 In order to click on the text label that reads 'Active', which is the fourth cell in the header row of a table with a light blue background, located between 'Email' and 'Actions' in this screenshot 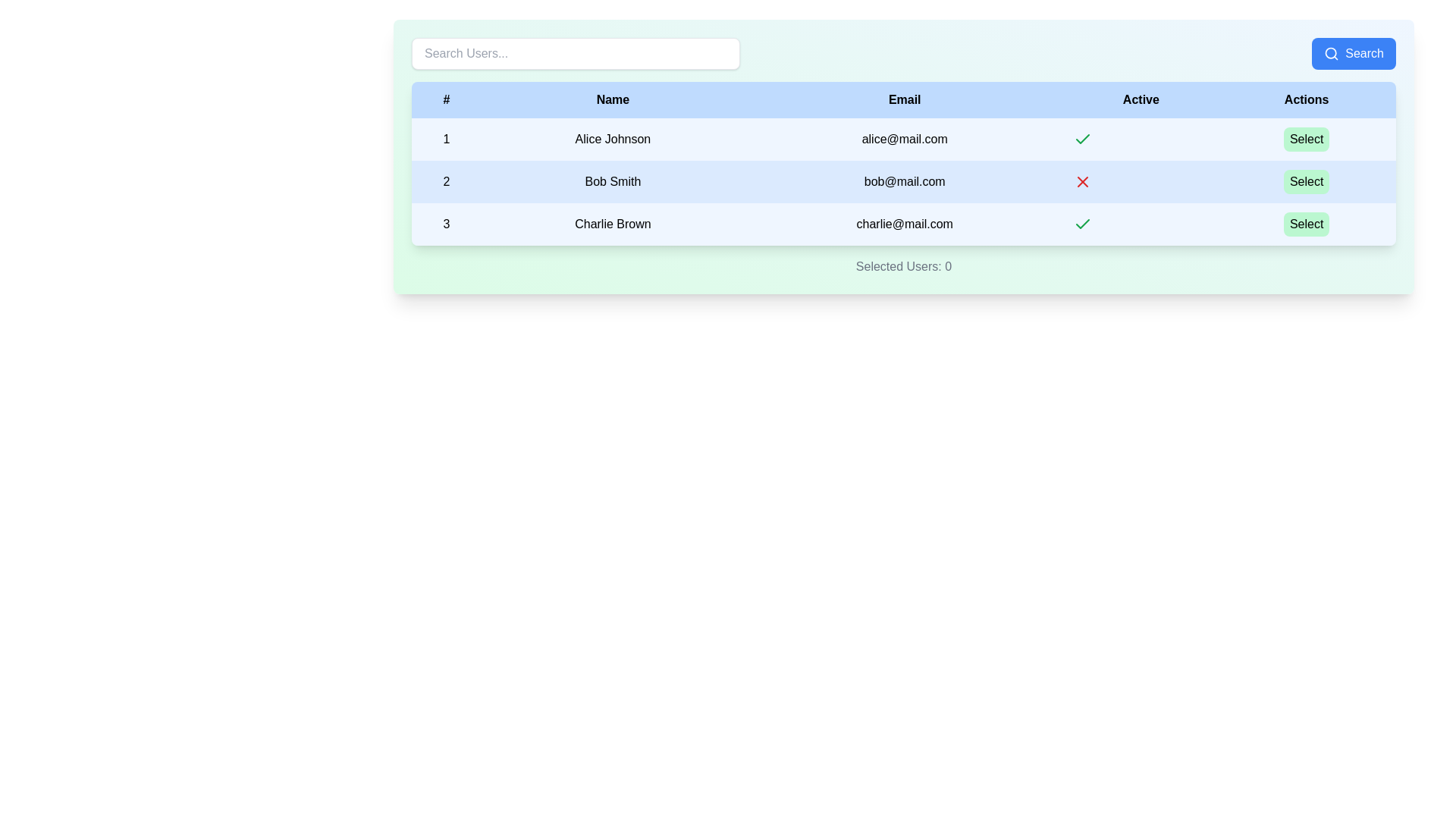, I will do `click(1141, 99)`.